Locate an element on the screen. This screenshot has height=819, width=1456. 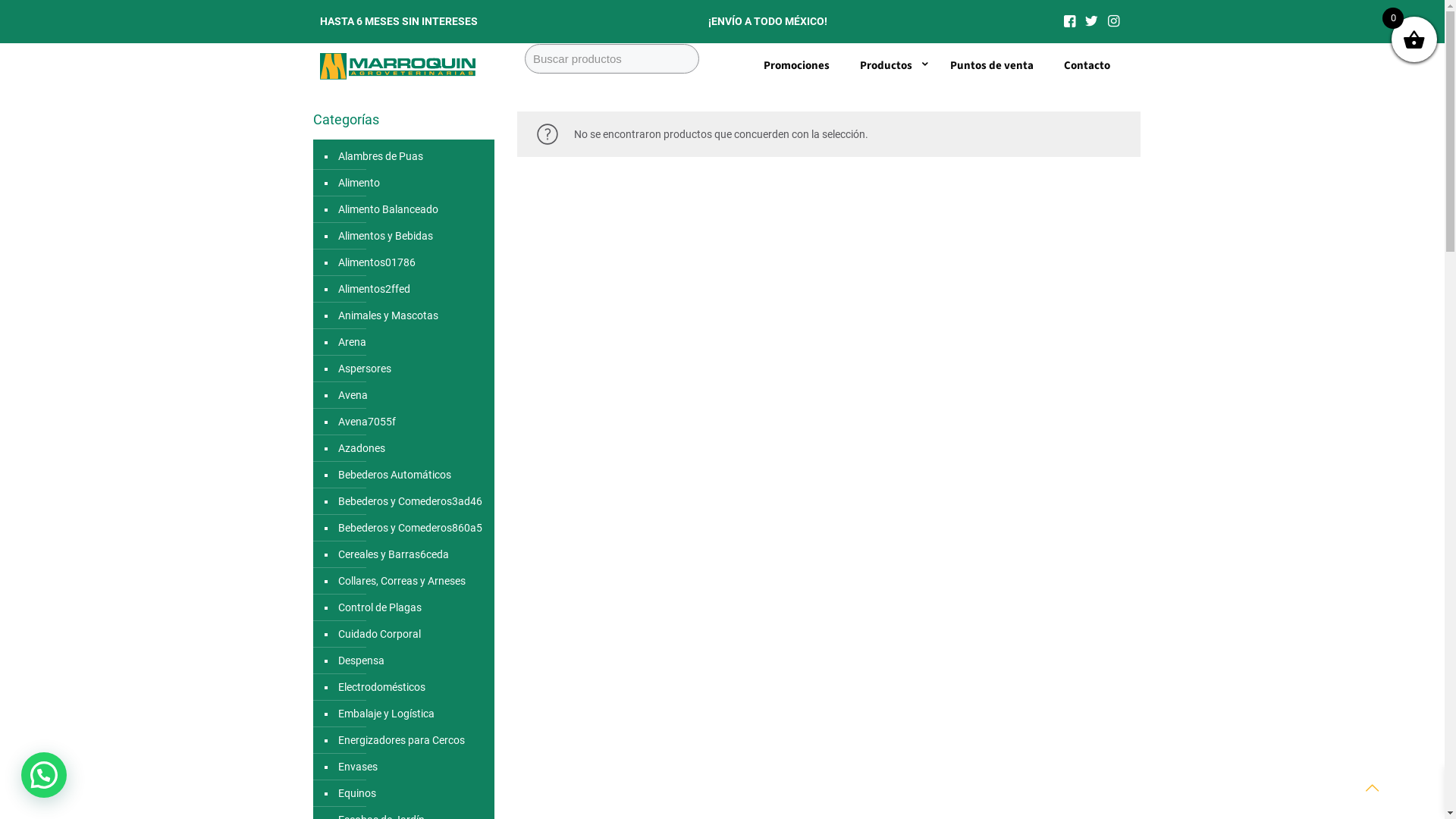
'Avena' is located at coordinates (411, 394).